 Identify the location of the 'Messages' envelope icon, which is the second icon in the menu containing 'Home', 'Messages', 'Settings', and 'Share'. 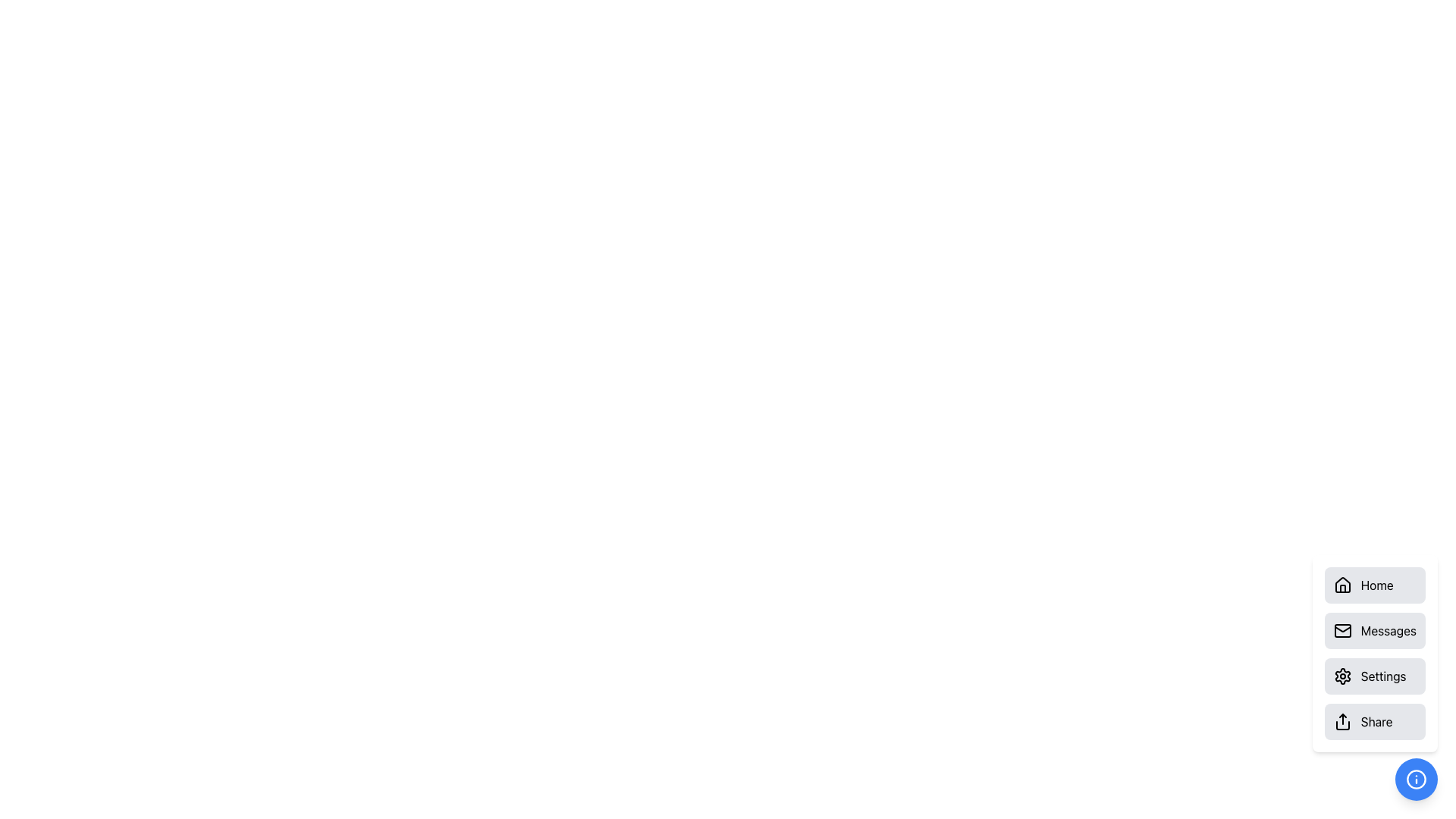
(1342, 631).